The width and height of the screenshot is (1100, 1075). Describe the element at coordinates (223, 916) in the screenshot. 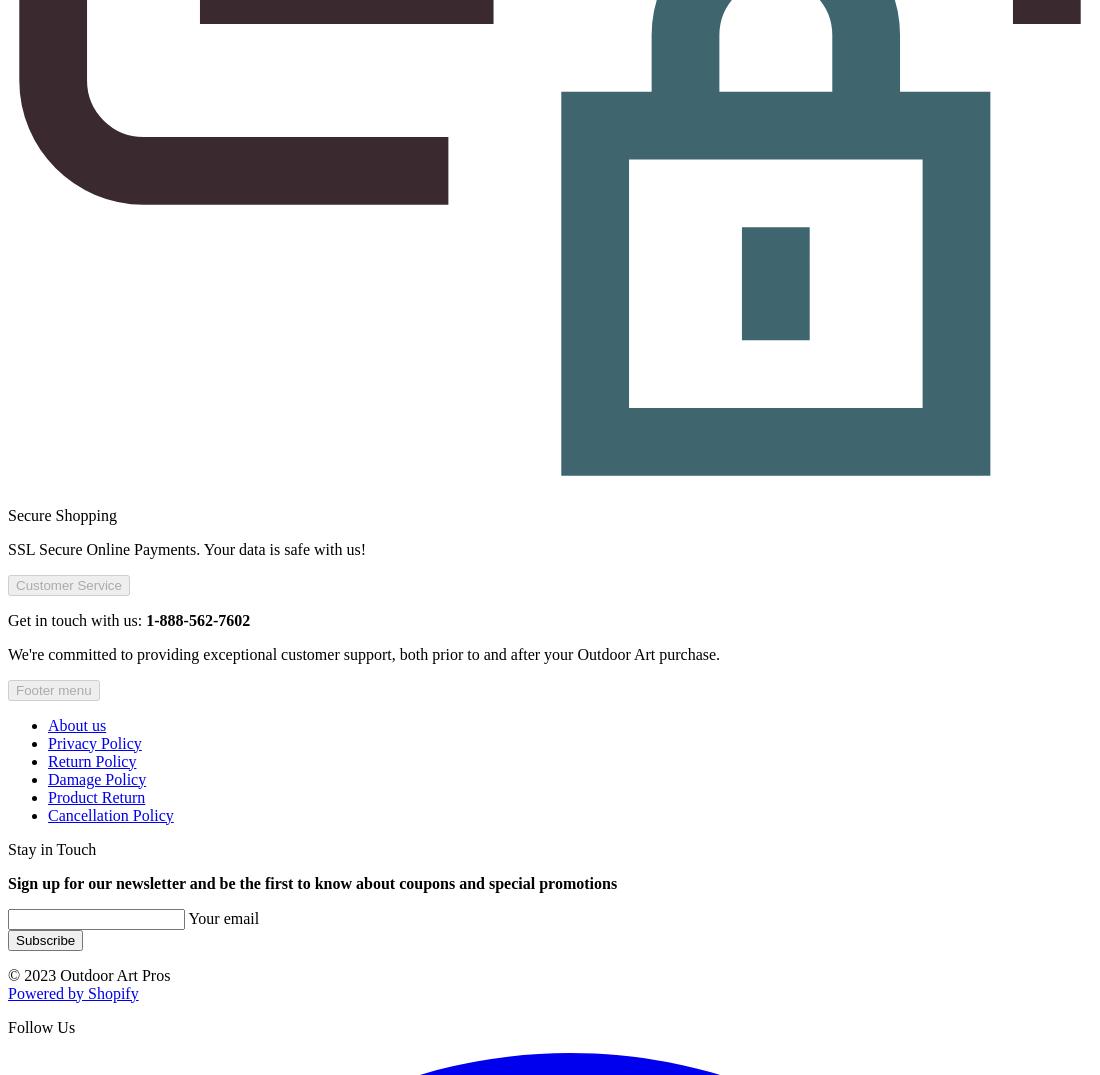

I see `'Your email'` at that location.